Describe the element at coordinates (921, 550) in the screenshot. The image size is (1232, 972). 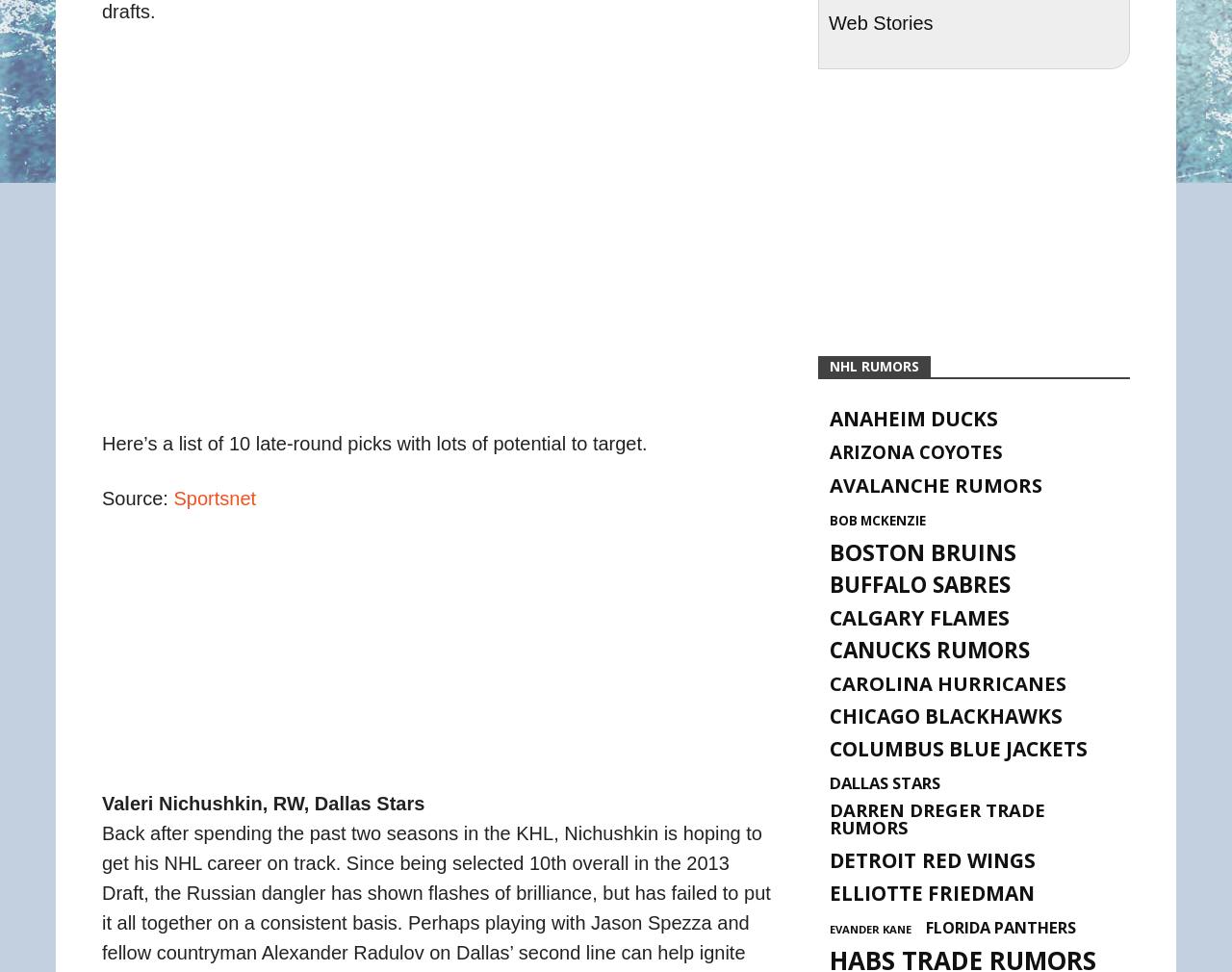
I see `'Boston Bruins'` at that location.